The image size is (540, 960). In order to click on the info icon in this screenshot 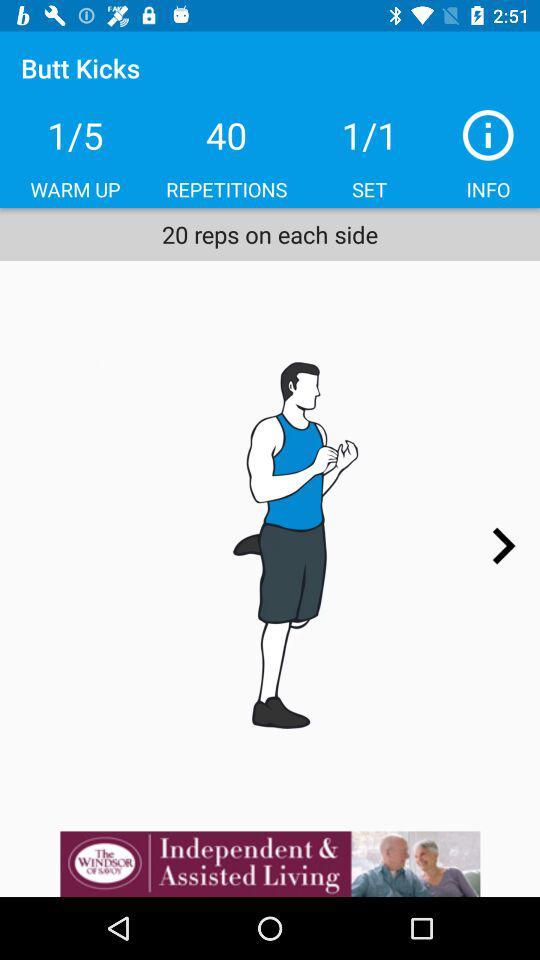, I will do `click(487, 134)`.